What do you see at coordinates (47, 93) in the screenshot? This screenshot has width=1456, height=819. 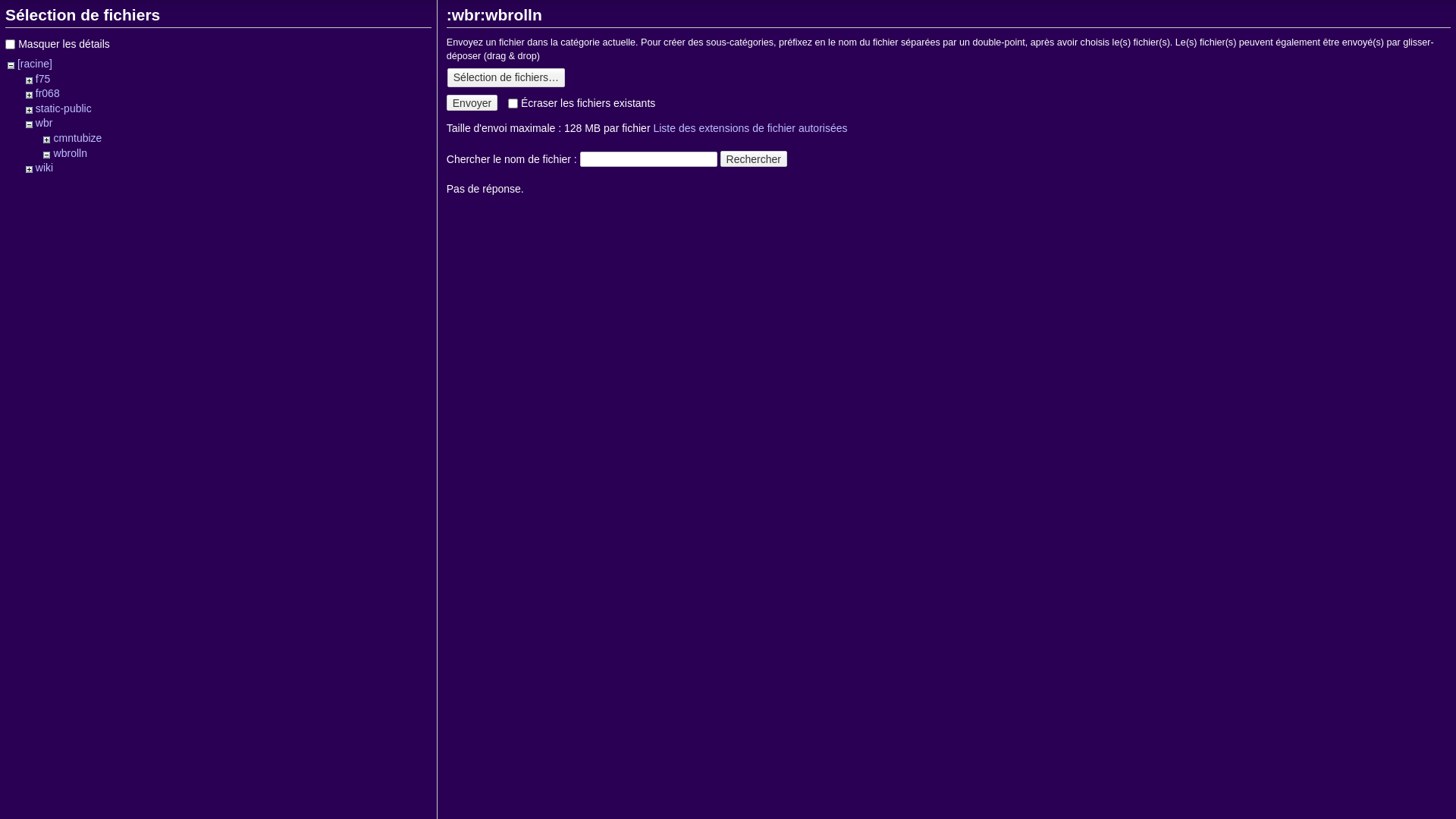 I see `'fr068'` at bounding box center [47, 93].